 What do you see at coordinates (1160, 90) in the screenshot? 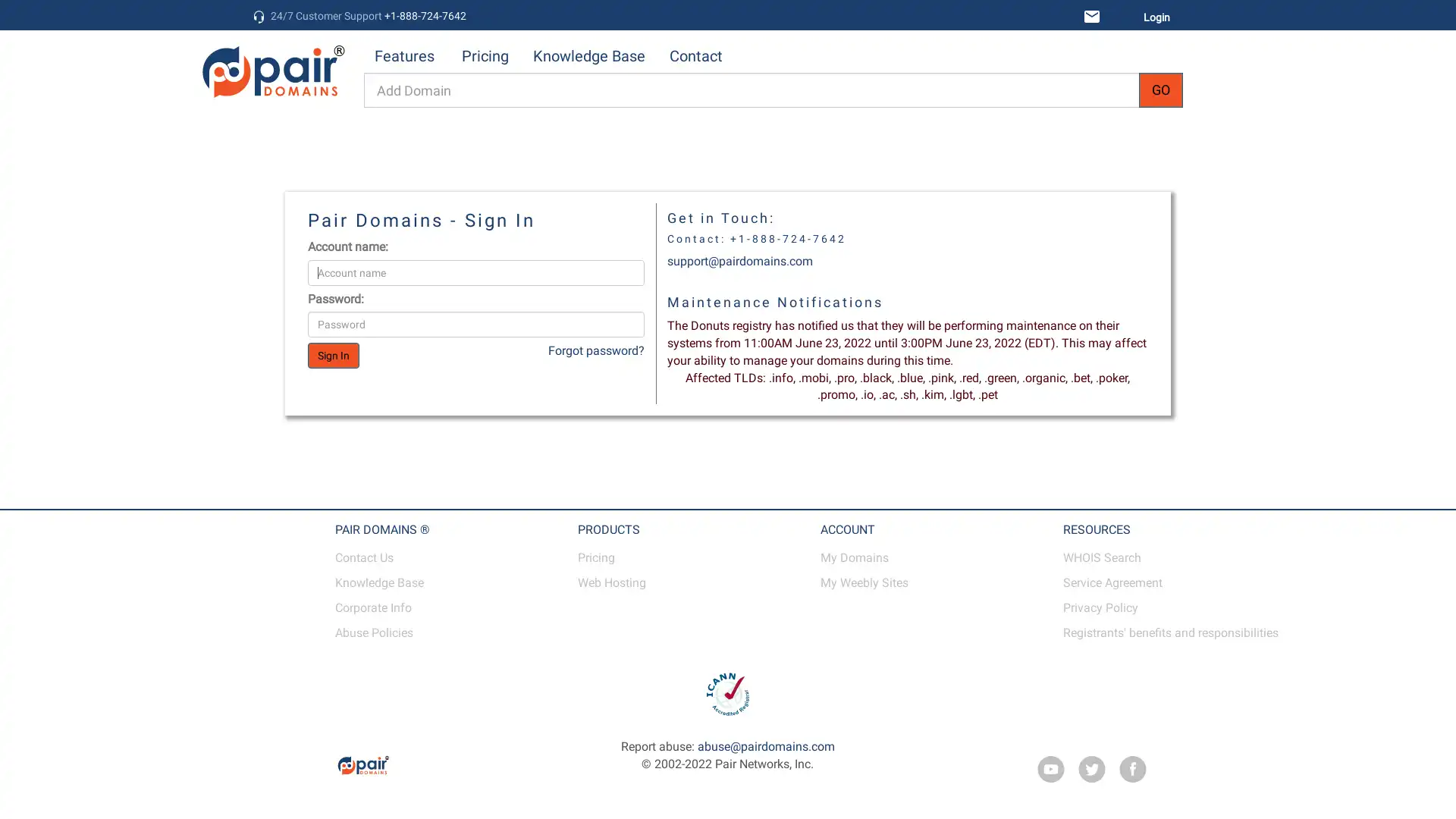
I see `GO` at bounding box center [1160, 90].